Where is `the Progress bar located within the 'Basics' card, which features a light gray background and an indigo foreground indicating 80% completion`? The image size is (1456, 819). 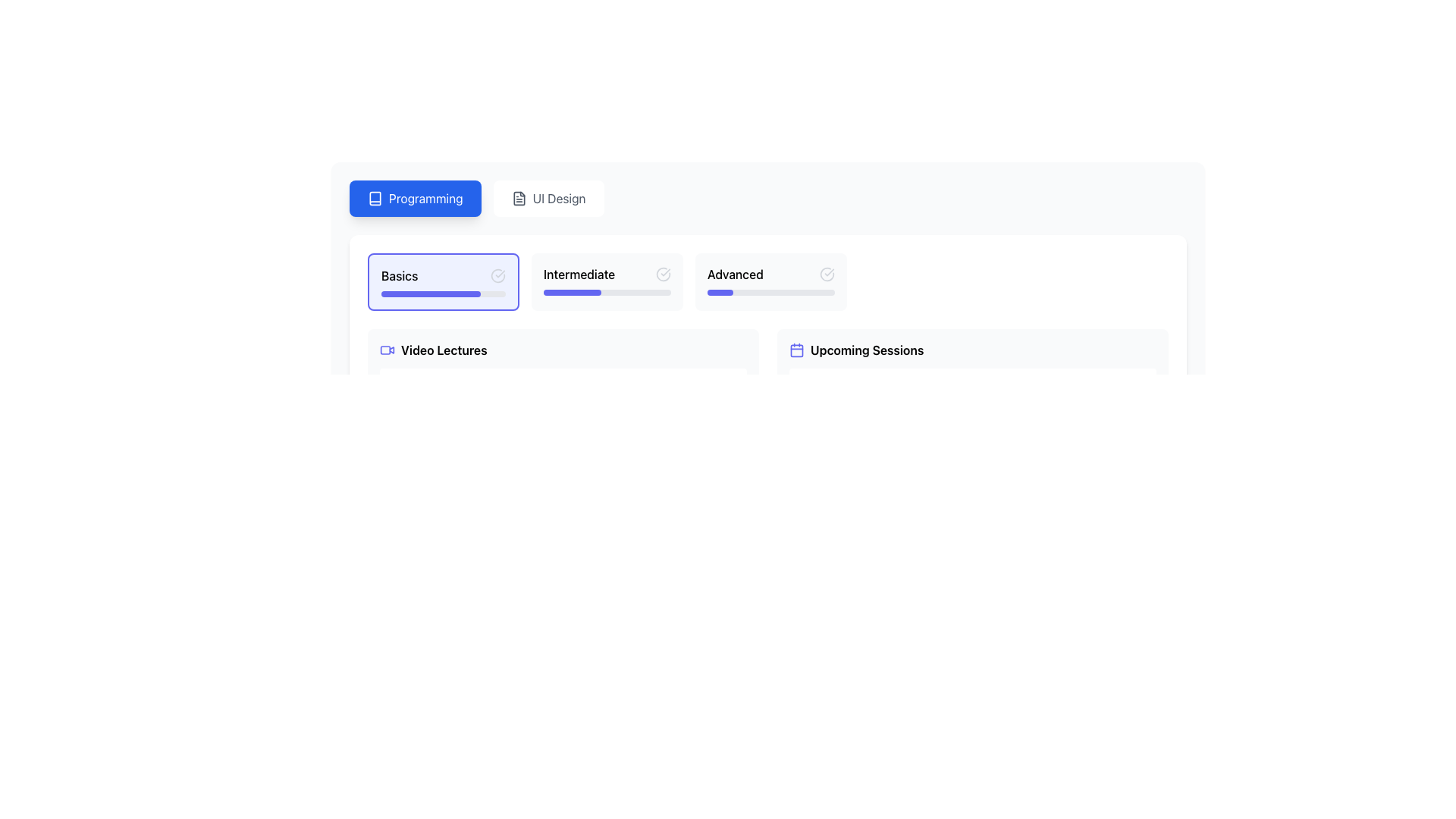 the Progress bar located within the 'Basics' card, which features a light gray background and an indigo foreground indicating 80% completion is located at coordinates (443, 294).